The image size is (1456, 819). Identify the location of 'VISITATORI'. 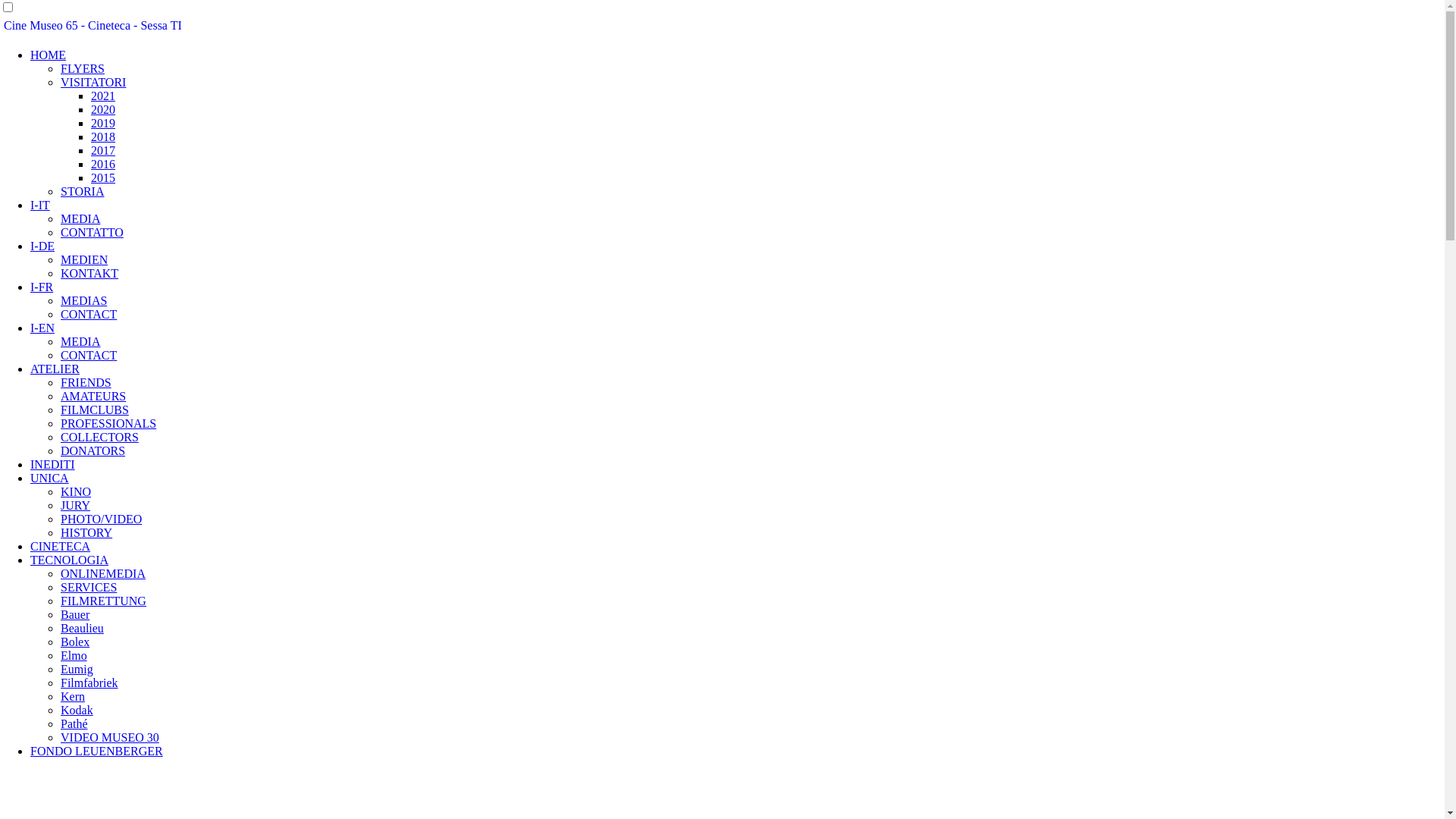
(61, 82).